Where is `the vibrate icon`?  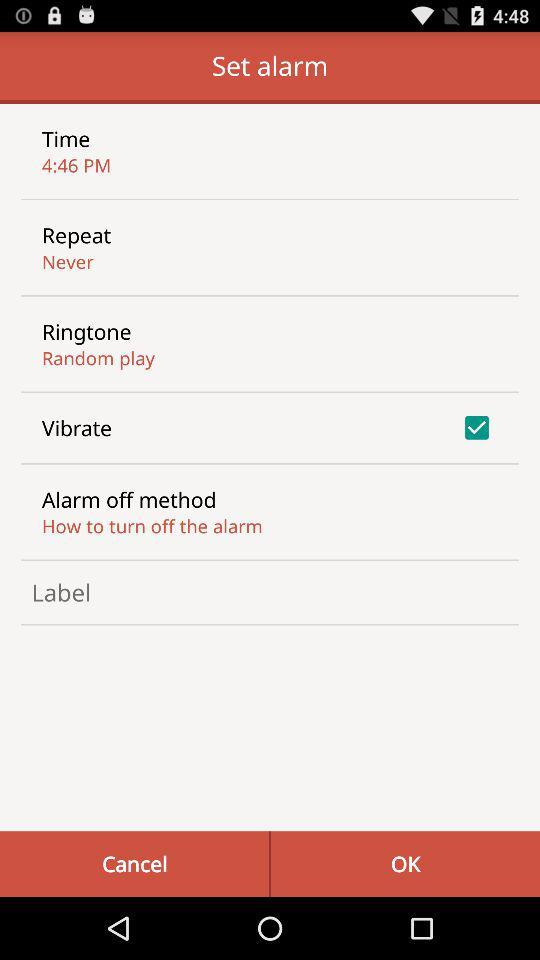 the vibrate icon is located at coordinates (76, 428).